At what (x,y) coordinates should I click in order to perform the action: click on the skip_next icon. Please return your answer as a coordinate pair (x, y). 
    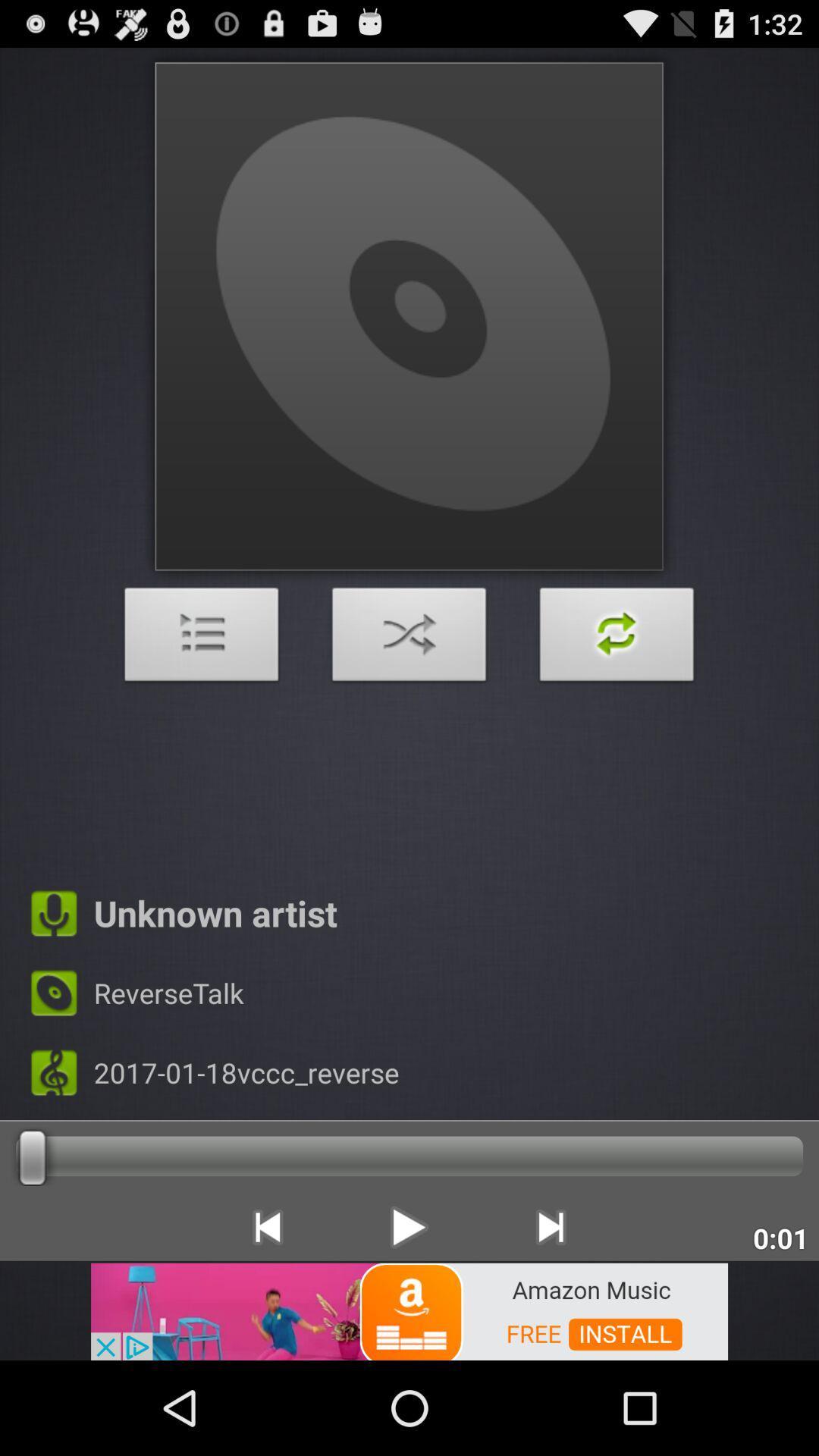
    Looking at the image, I should click on (551, 1312).